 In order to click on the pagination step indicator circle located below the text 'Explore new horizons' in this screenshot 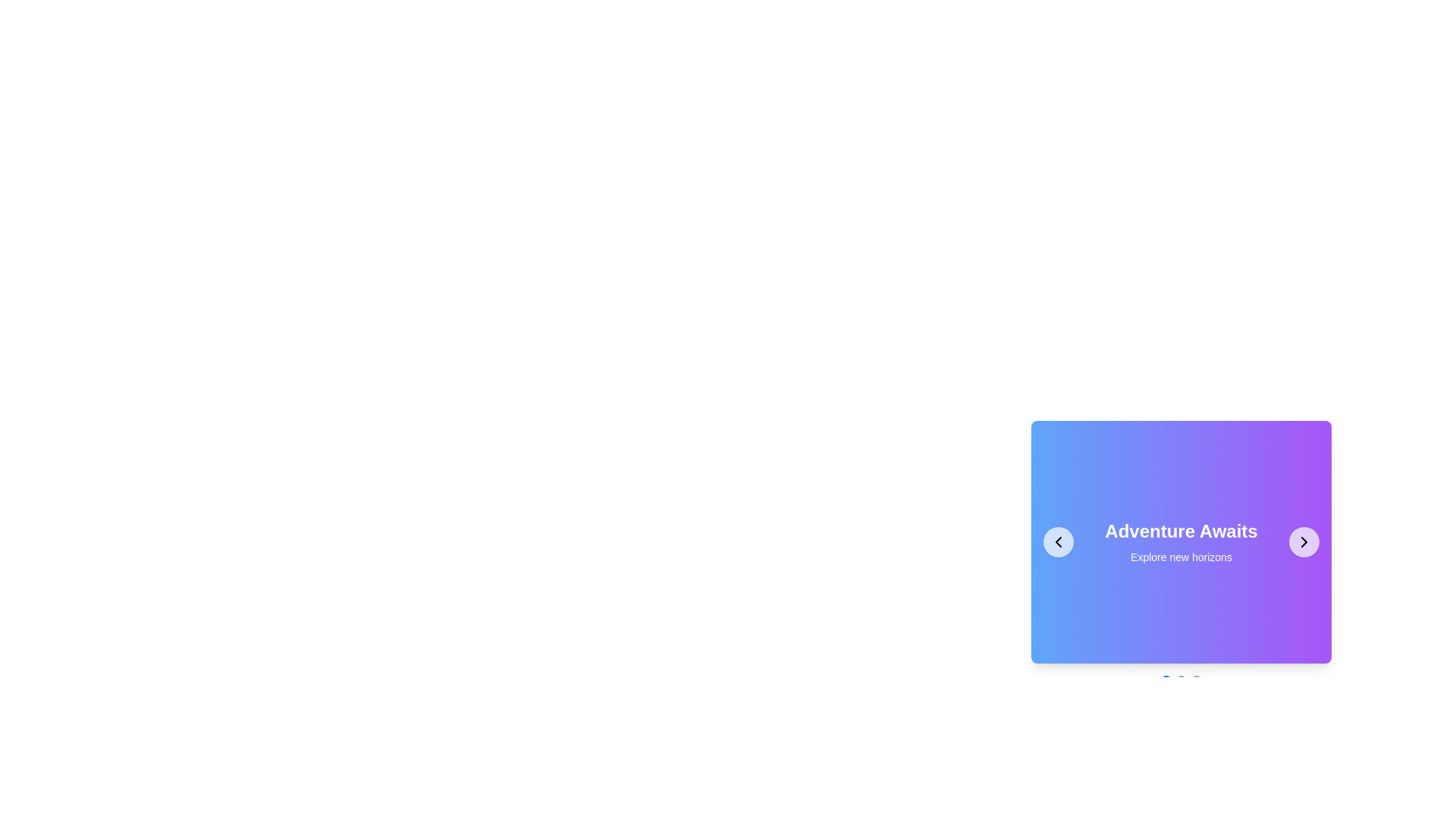, I will do `click(1181, 679)`.